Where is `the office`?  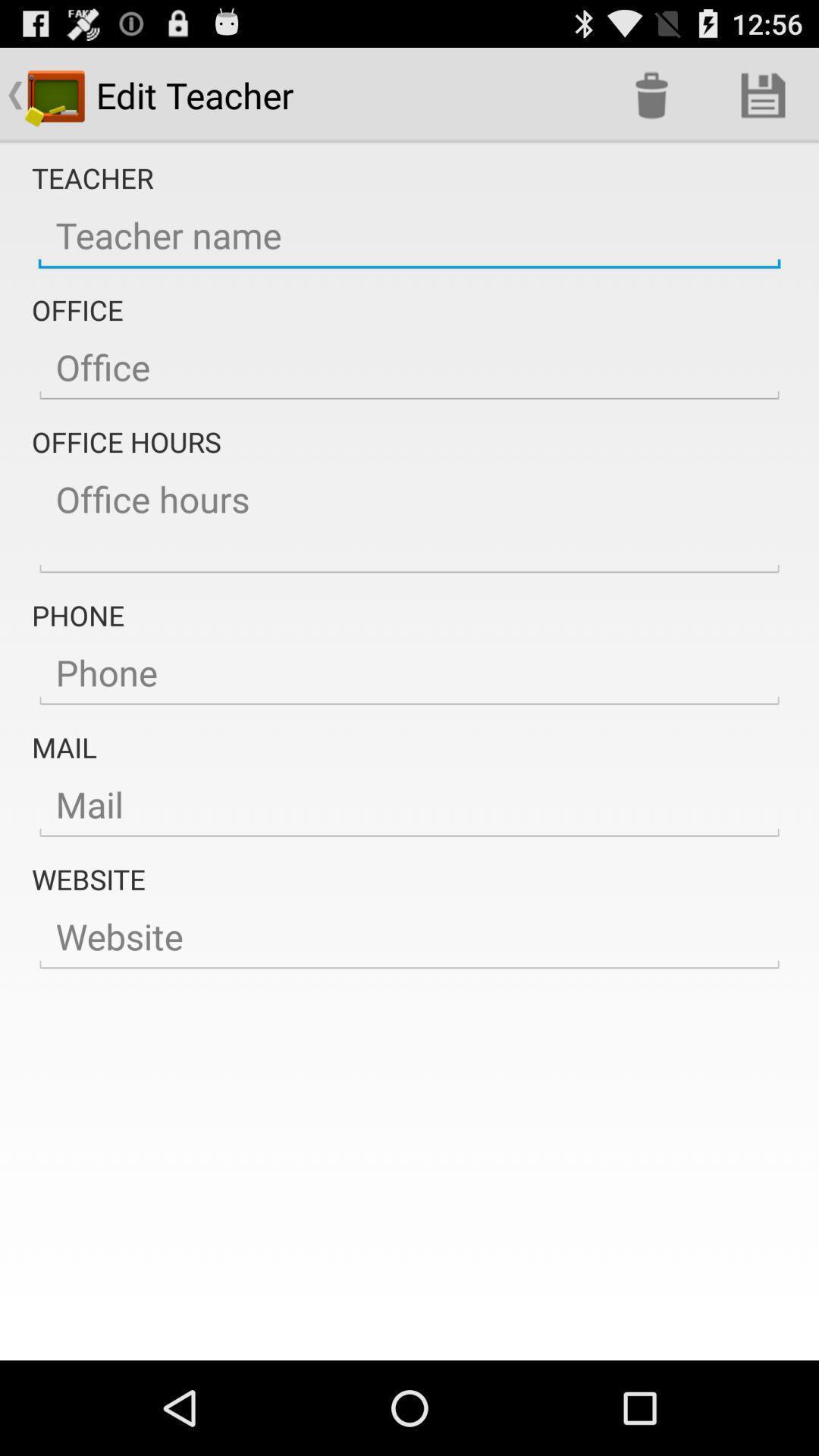 the office is located at coordinates (409, 368).